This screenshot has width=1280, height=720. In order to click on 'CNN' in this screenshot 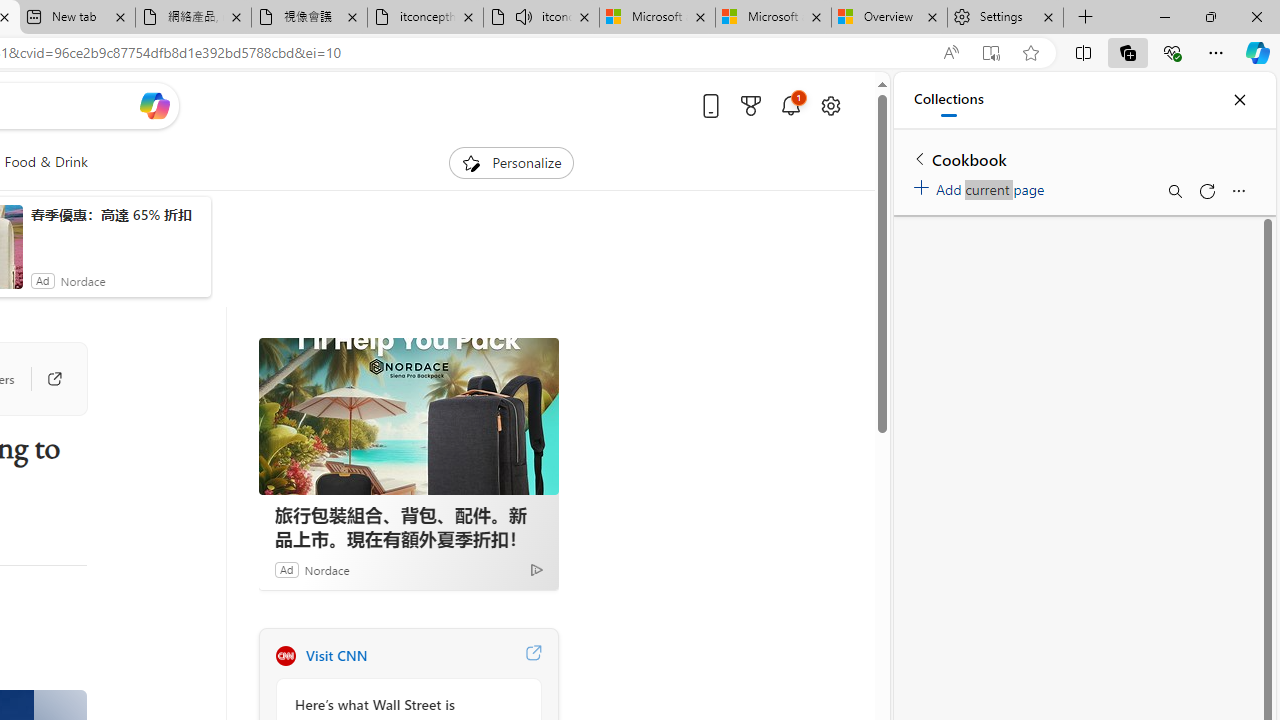, I will do `click(284, 655)`.